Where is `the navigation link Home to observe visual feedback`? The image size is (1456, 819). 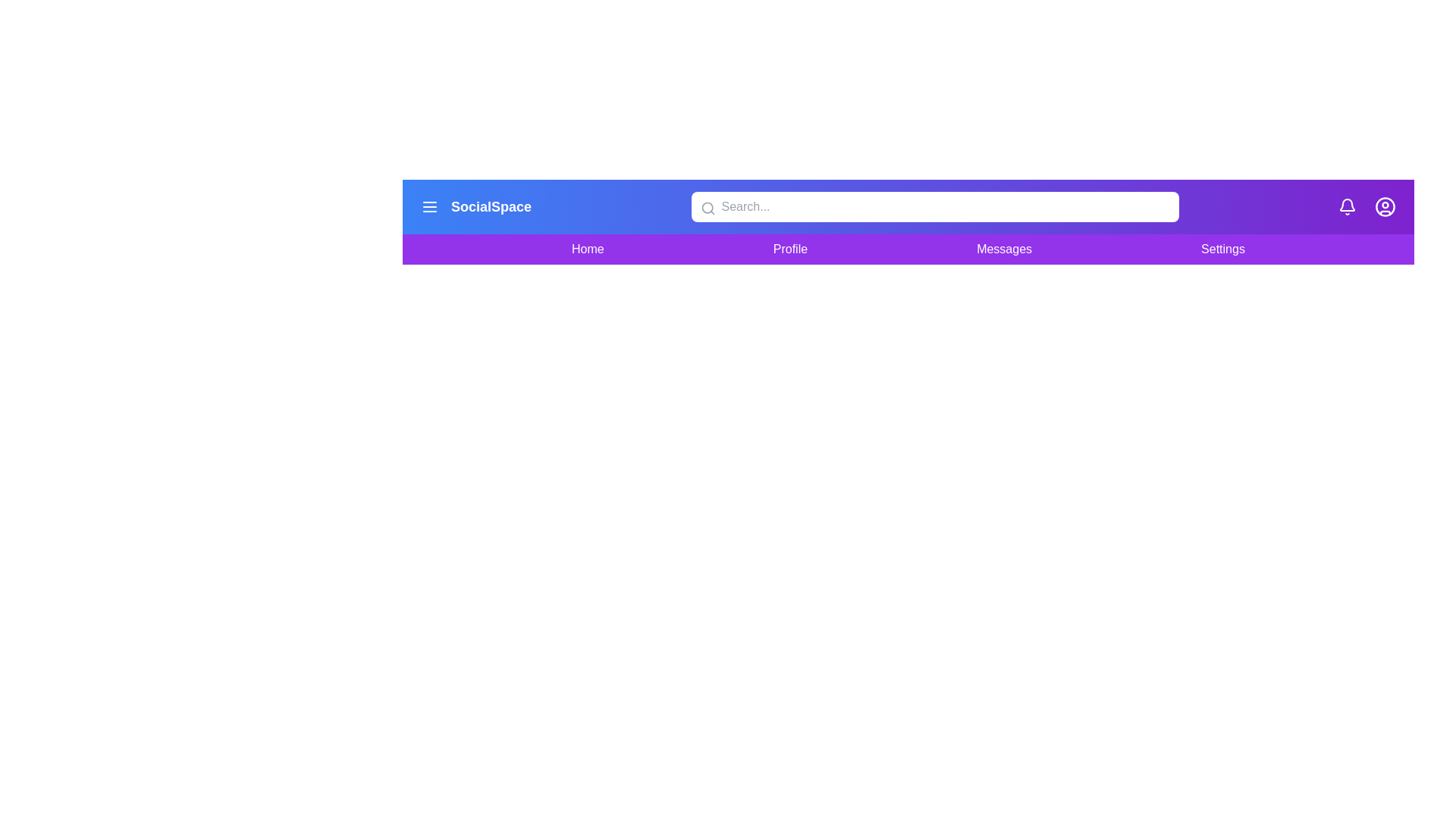 the navigation link Home to observe visual feedback is located at coordinates (587, 248).